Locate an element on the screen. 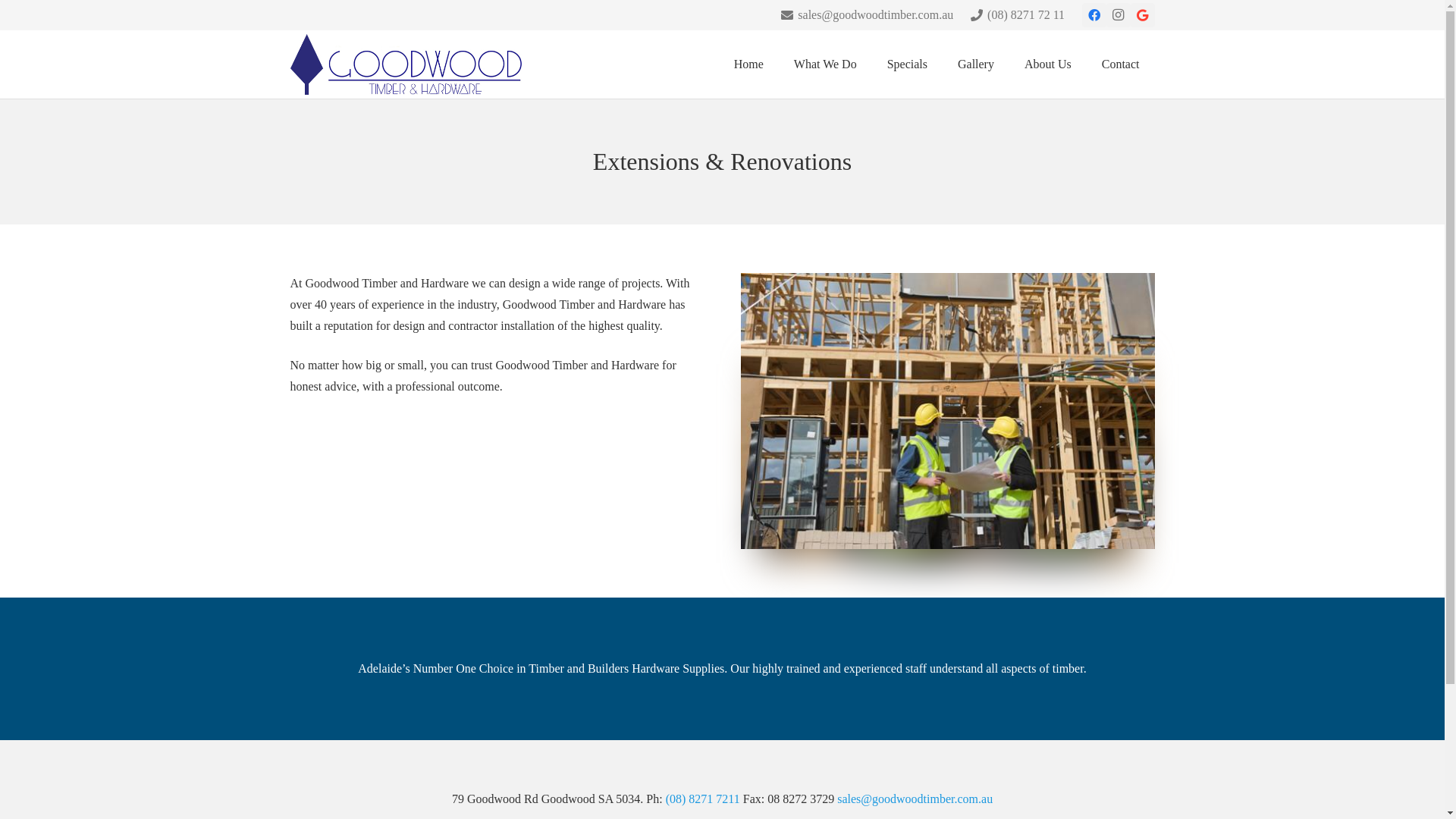  'Facebook' is located at coordinates (1093, 14).